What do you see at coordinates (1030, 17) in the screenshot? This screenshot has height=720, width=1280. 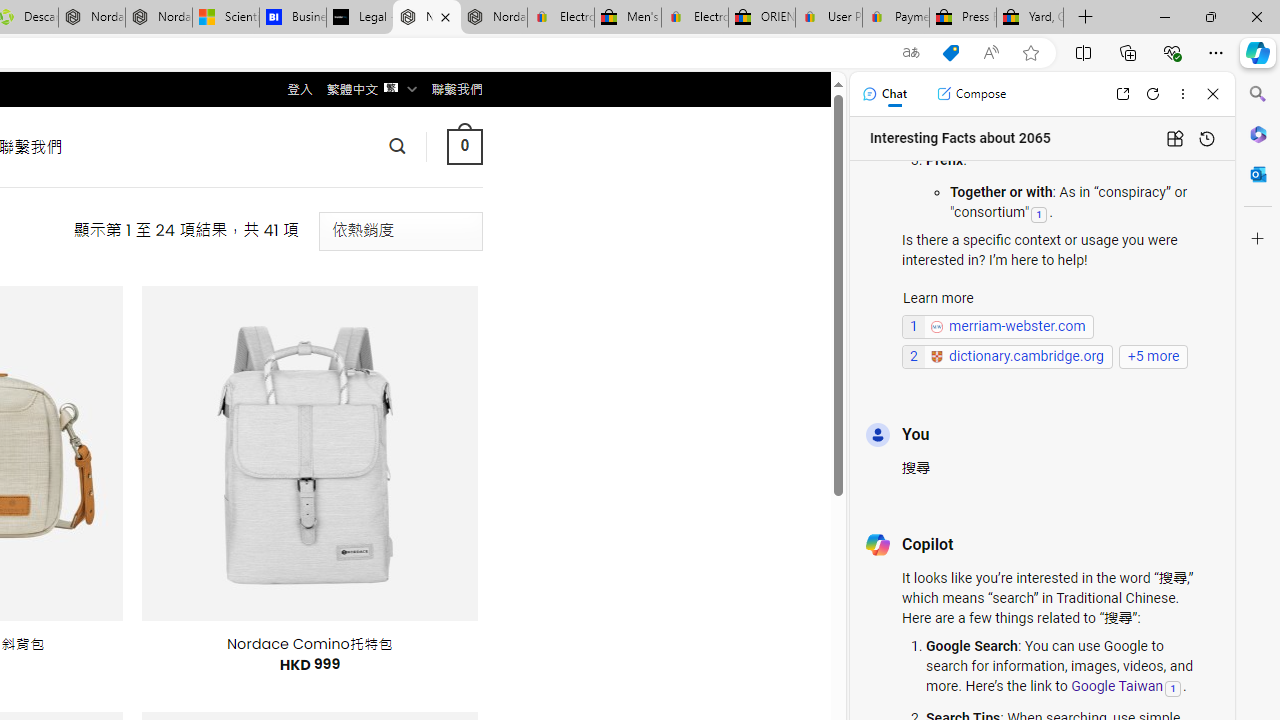 I see `'Yard, Garden & Outdoor Living'` at bounding box center [1030, 17].